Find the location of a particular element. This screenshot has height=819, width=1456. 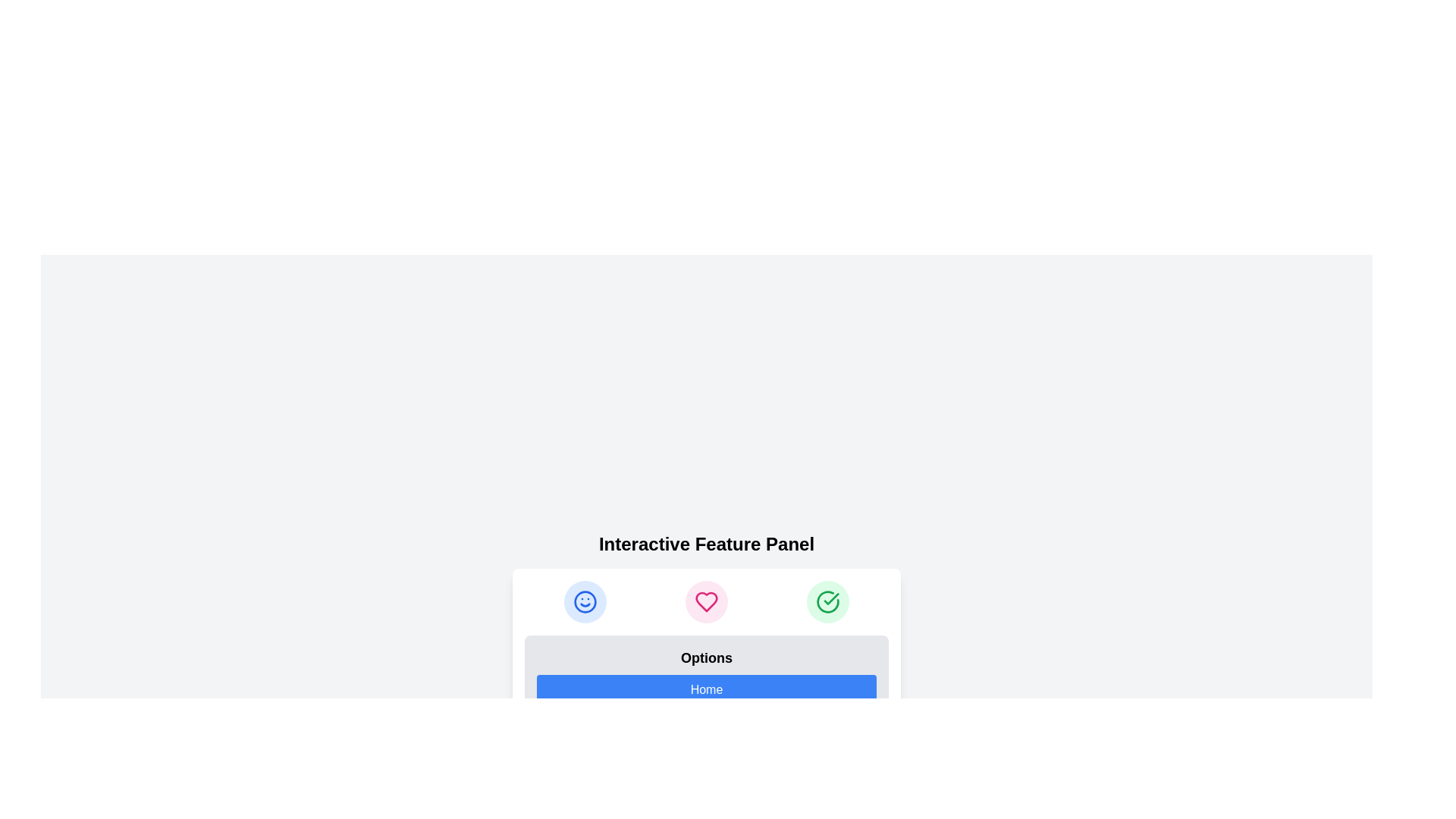

the success icon located at the rightmost position in a series of three circular icons, below the 'Interactive Feature Panel' text and above the 'Options' bar is located at coordinates (827, 601).